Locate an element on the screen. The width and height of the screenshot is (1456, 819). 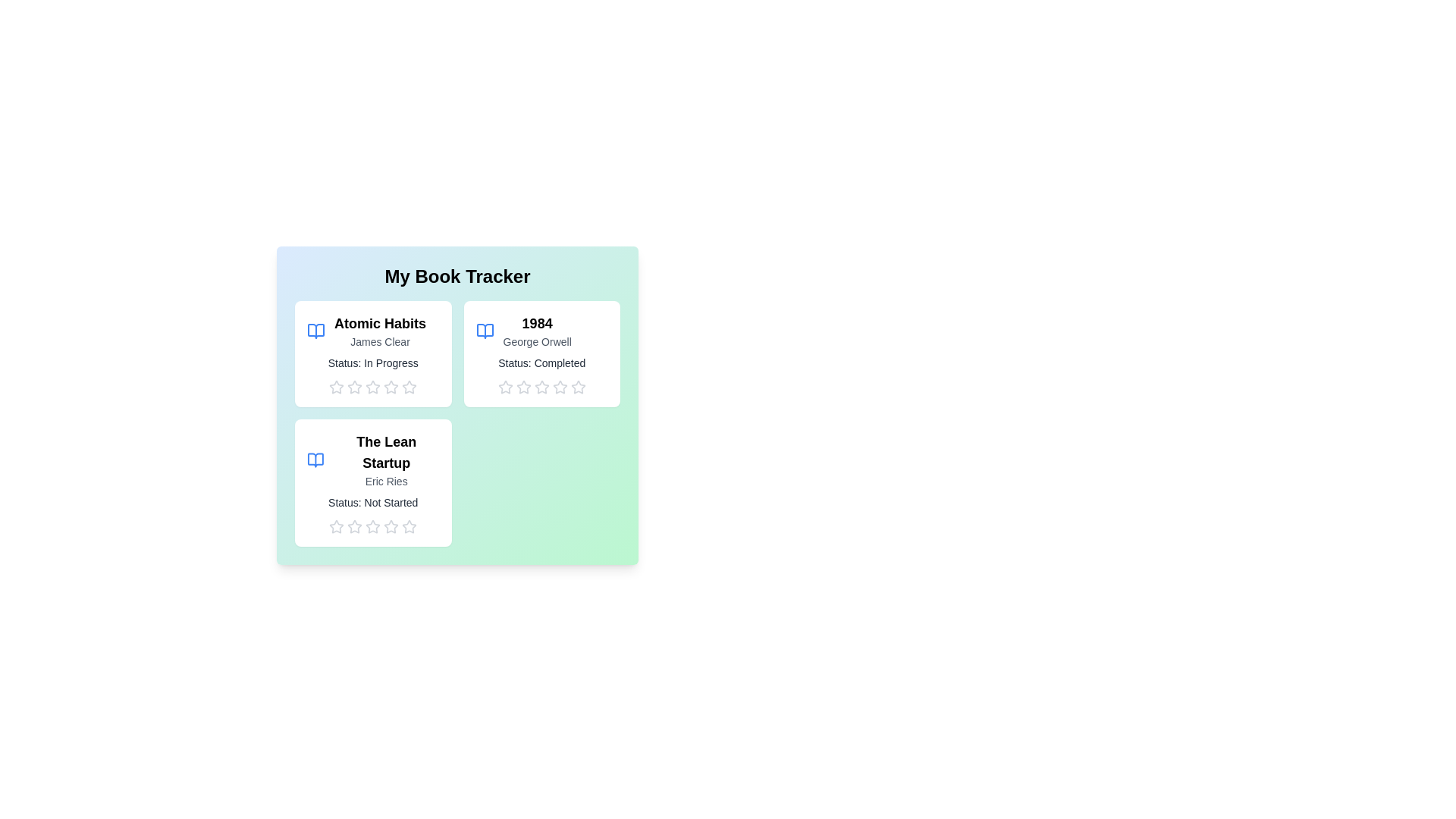
the rating for a book to 3 stars is located at coordinates (366, 386).